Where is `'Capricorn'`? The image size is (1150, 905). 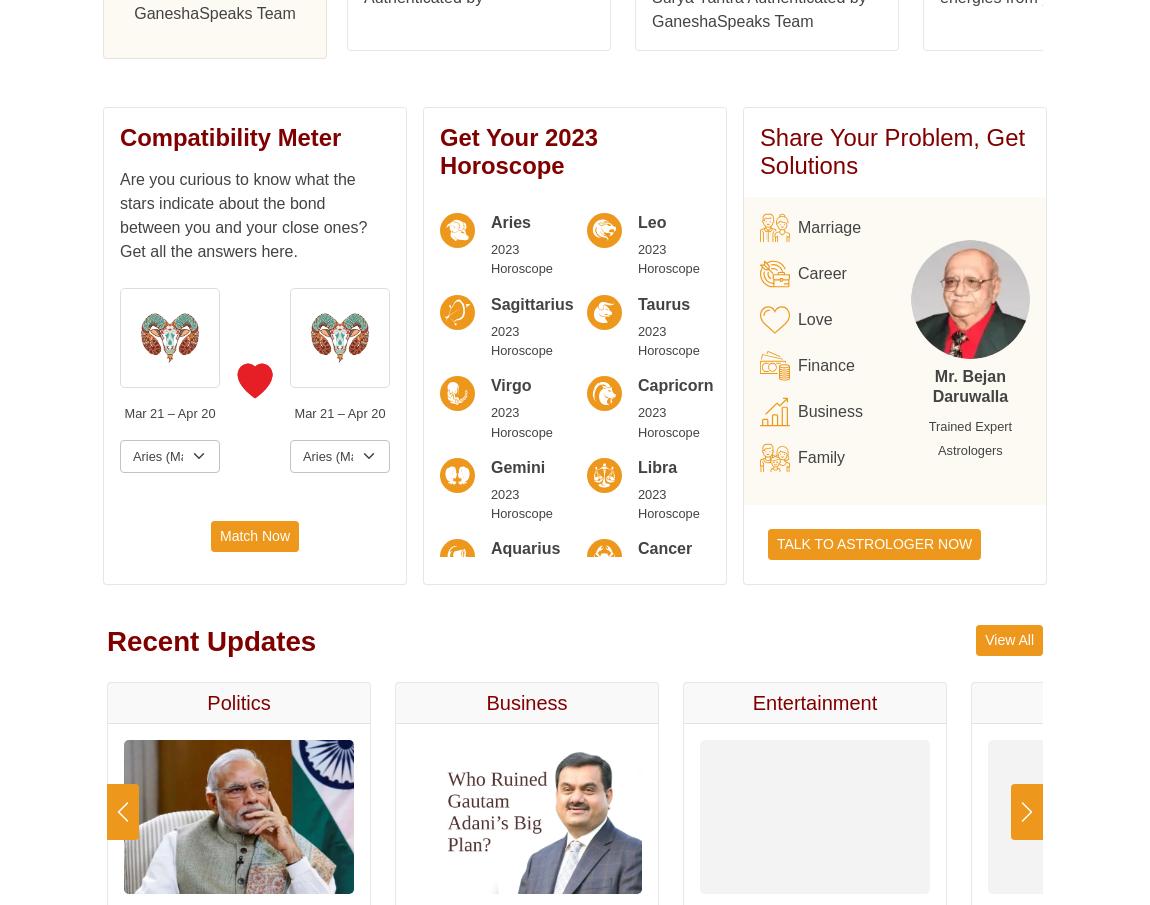 'Capricorn' is located at coordinates (105, 31).